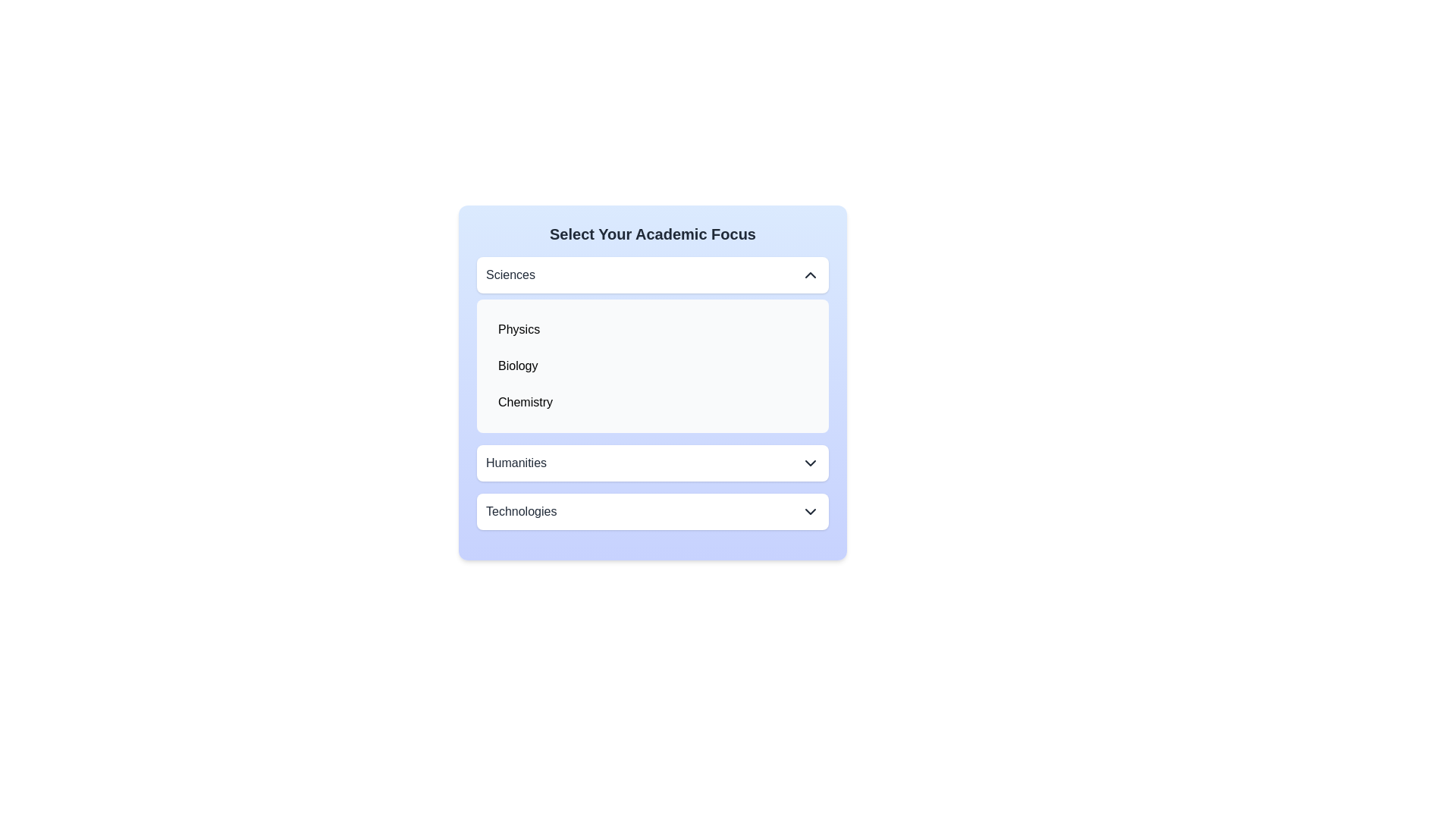 This screenshot has height=819, width=1456. I want to click on the downward-pointing arrow icon located on the far-right side of the 'Sciences' button, so click(810, 275).